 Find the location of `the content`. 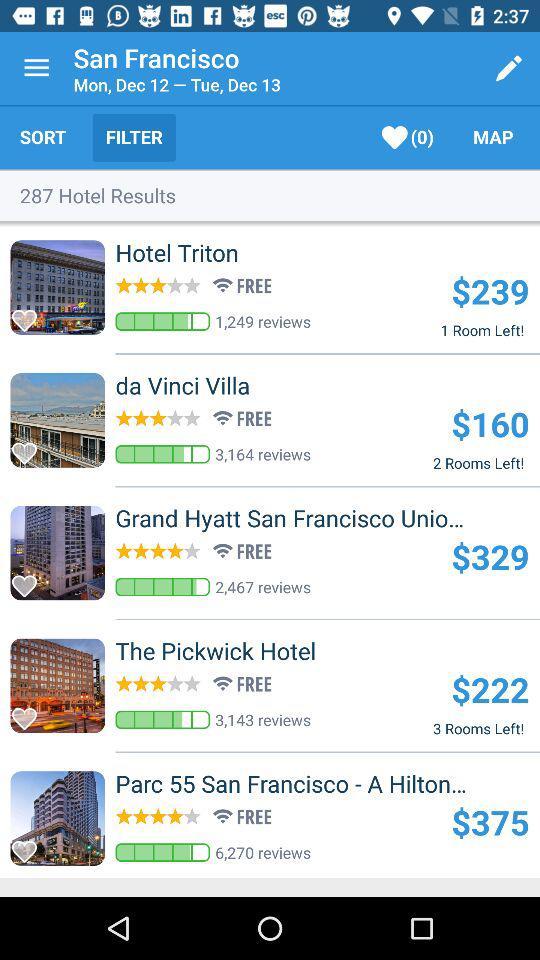

the content is located at coordinates (29, 845).